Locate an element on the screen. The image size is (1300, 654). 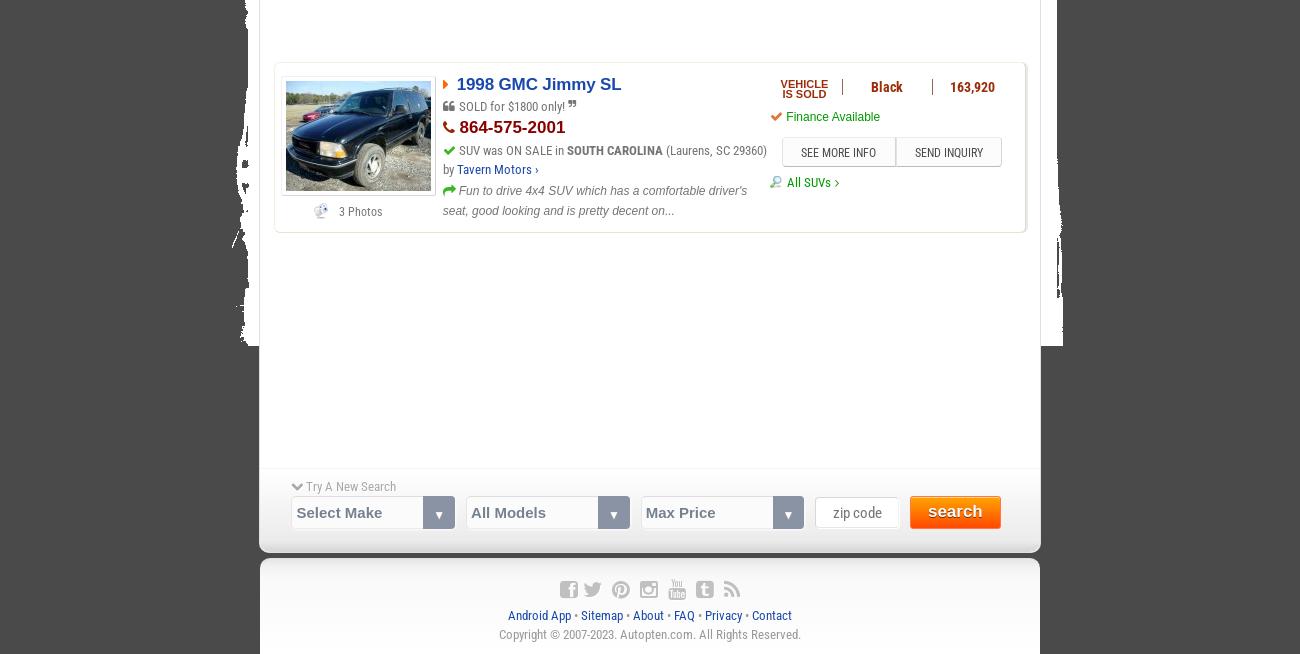
'SOLD for $1800 only!' is located at coordinates (511, 106).